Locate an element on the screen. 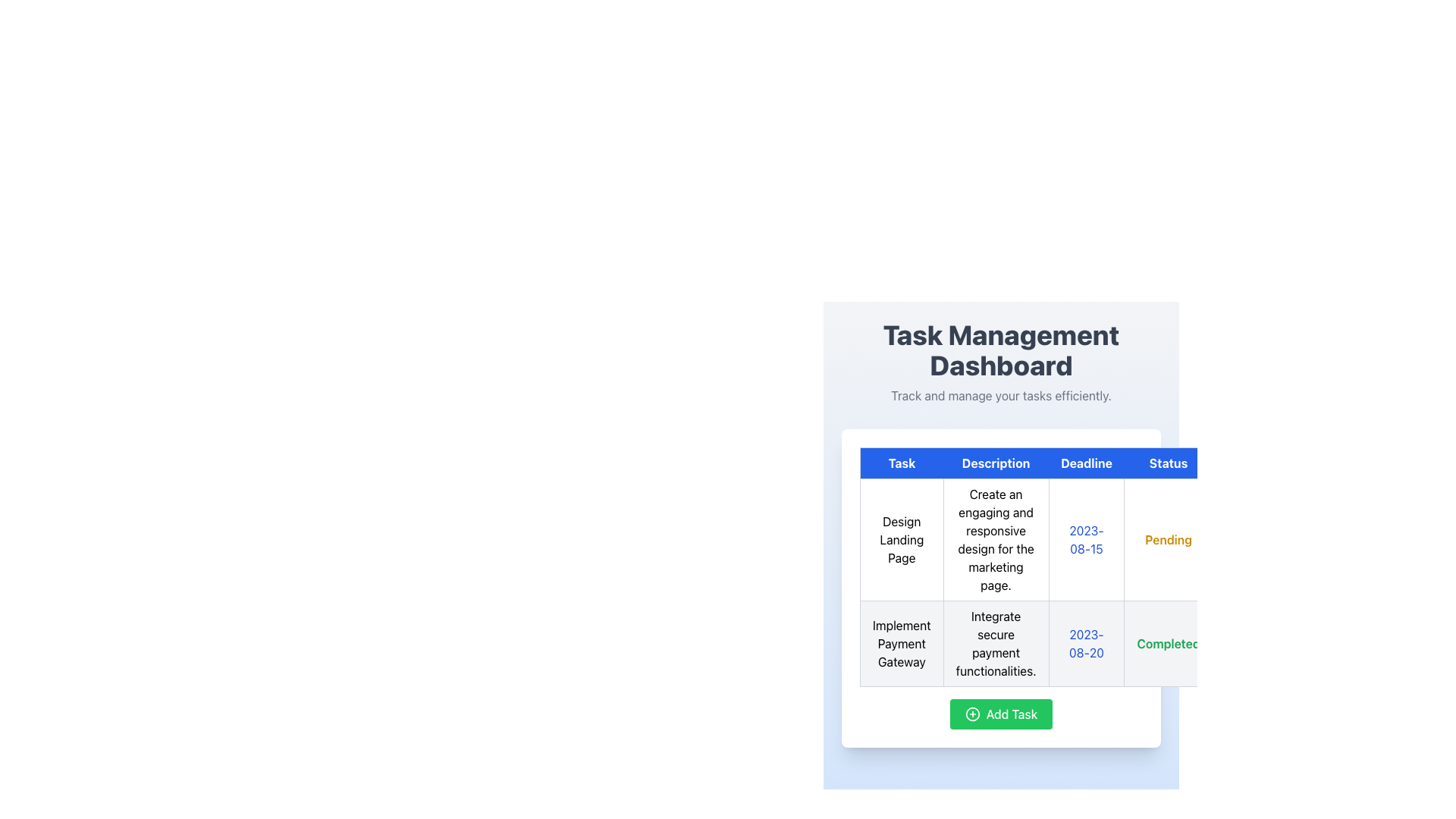 The width and height of the screenshot is (1456, 819). the 'Add New Task' button located near the bottom center of the interface is located at coordinates (1001, 714).